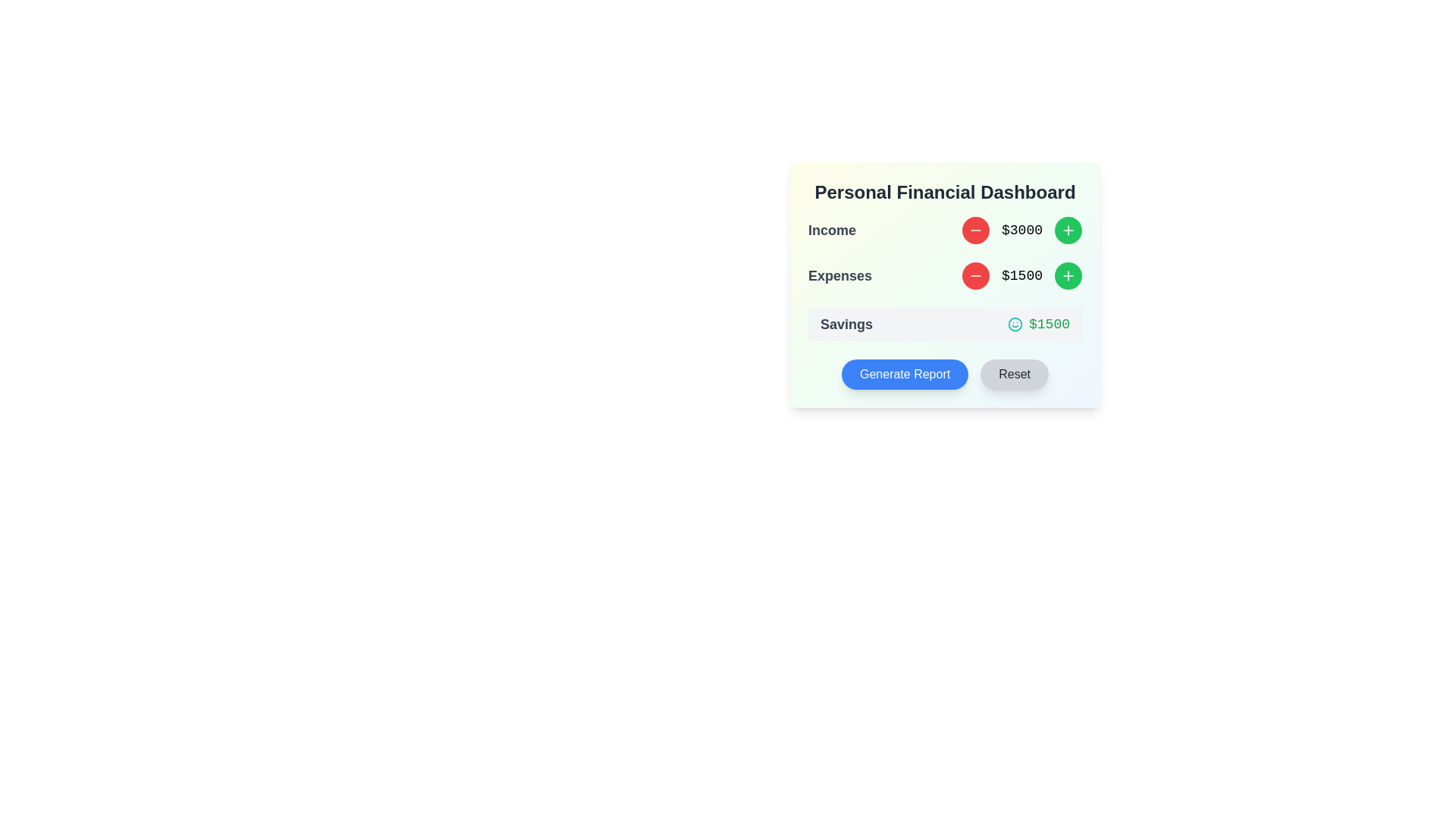  Describe the element at coordinates (1022, 275) in the screenshot. I see `numeric display value of '$1500' located between the red minus icon and the green plus icon` at that location.